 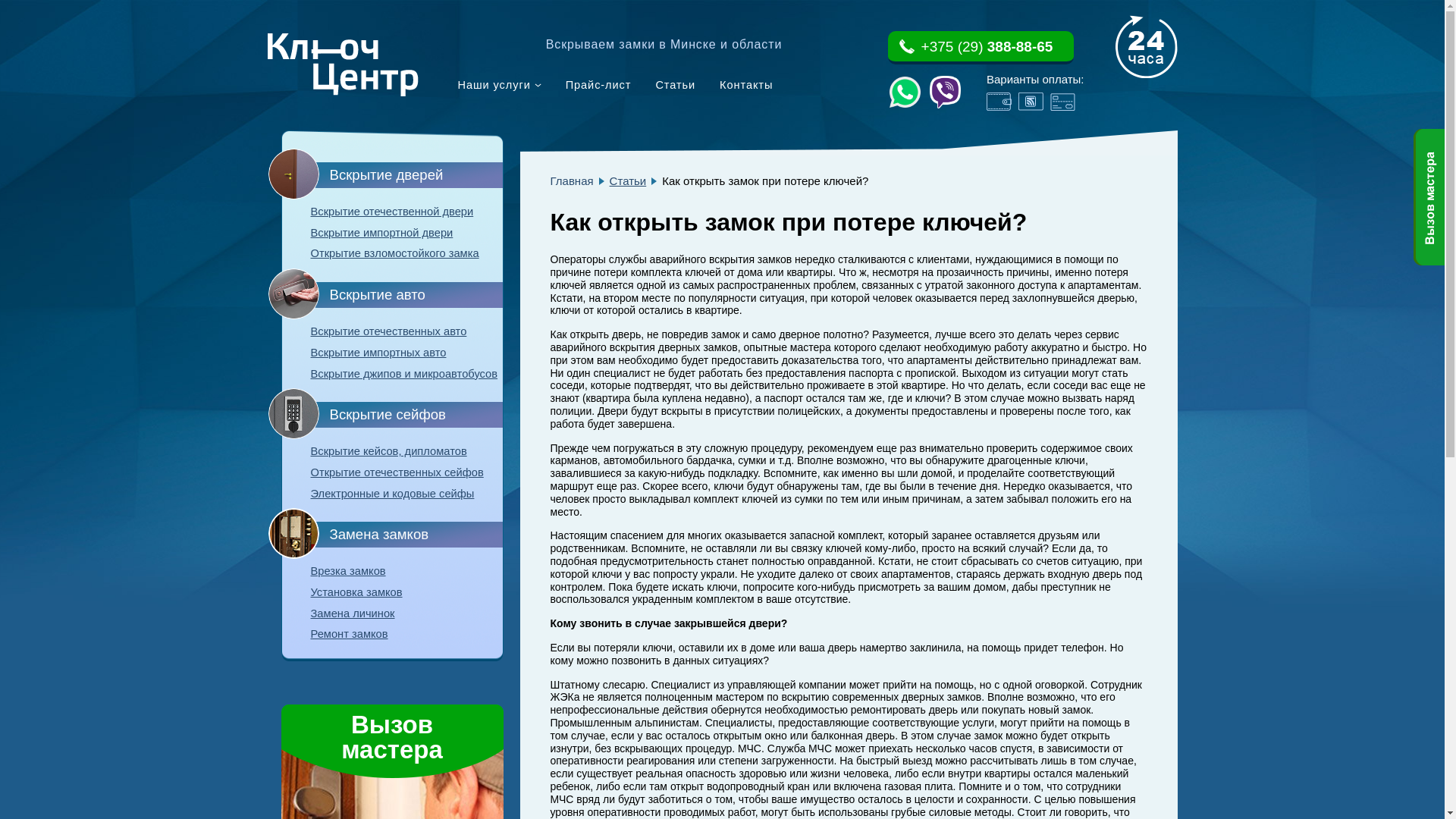 I want to click on '+375 (29) 388-88-65', so click(x=980, y=46).